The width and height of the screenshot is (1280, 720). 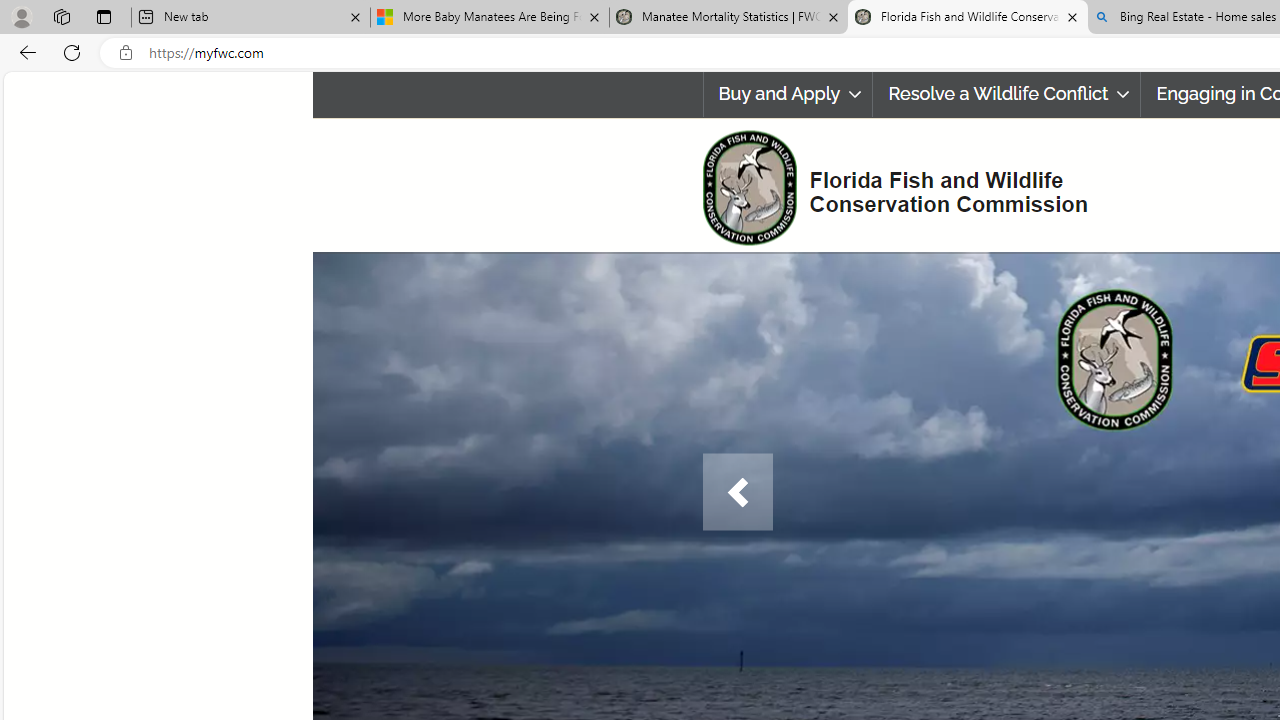 I want to click on 'FWC Logo Florida Fish and Wildlife Conservation Commission', so click(x=886, y=185).